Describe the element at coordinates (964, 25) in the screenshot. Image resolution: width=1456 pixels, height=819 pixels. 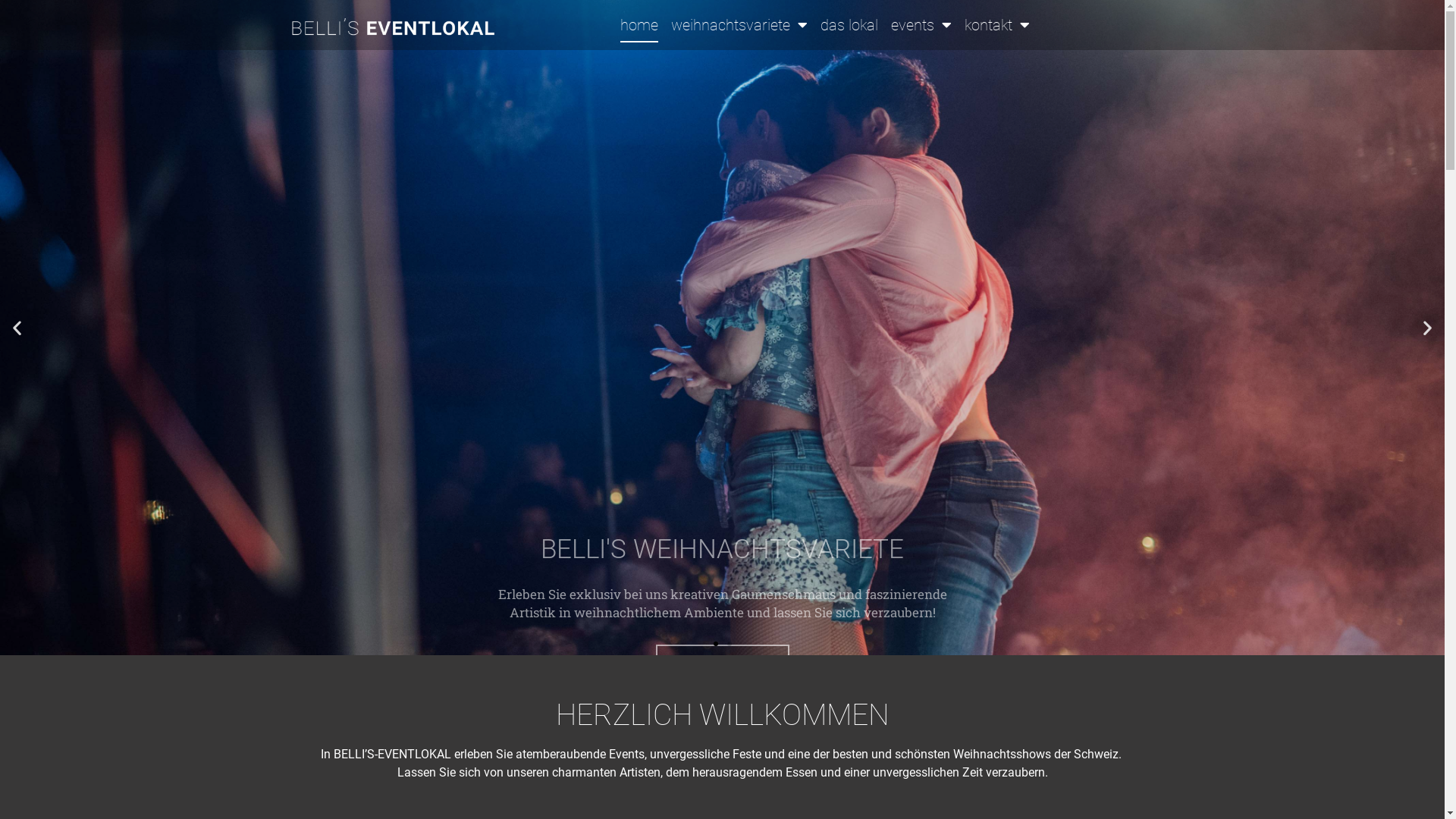
I see `'kontakt'` at that location.